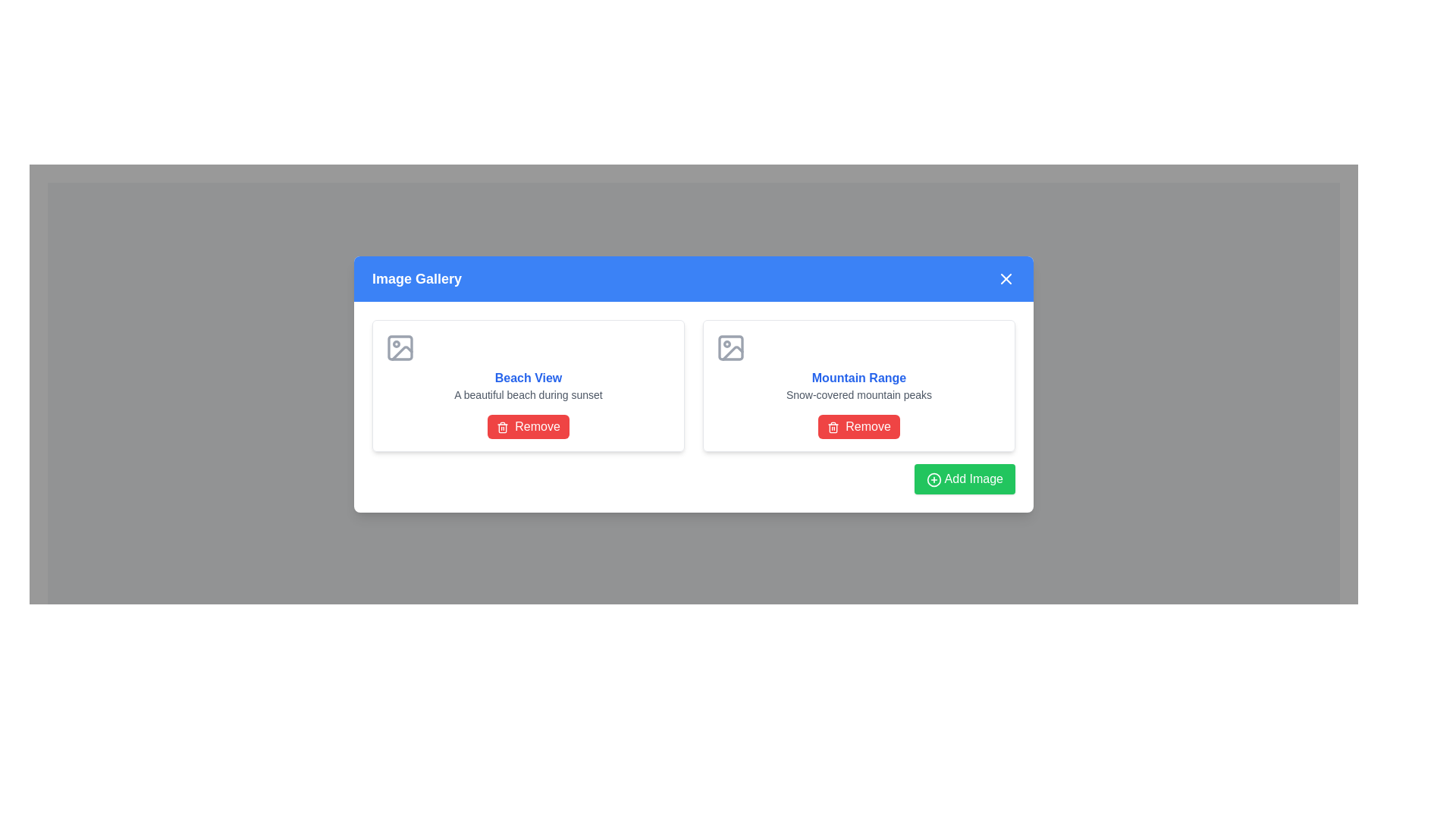 The width and height of the screenshot is (1456, 819). I want to click on the bold white text label 'Image Gallery' located in the blue header bar of the modal window, so click(417, 278).